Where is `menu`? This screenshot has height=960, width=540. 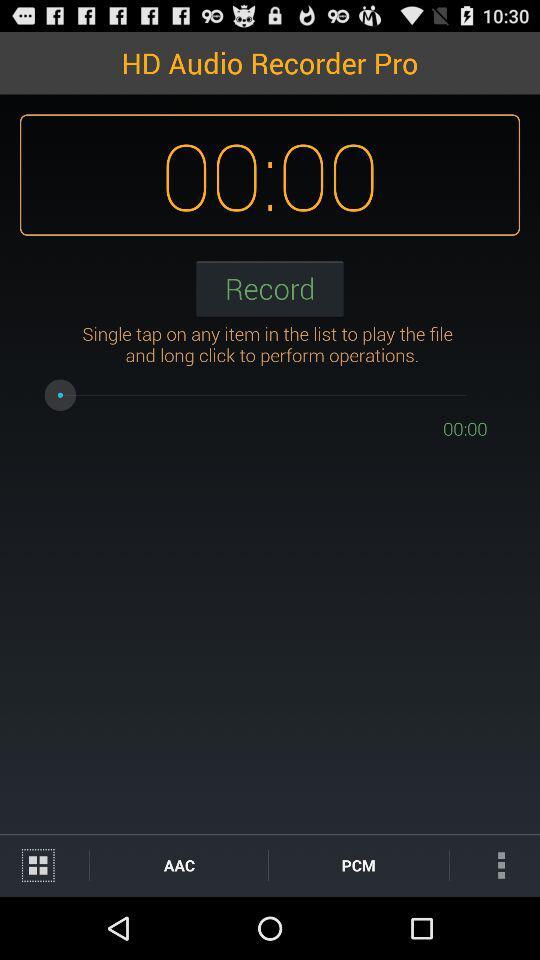 menu is located at coordinates (44, 864).